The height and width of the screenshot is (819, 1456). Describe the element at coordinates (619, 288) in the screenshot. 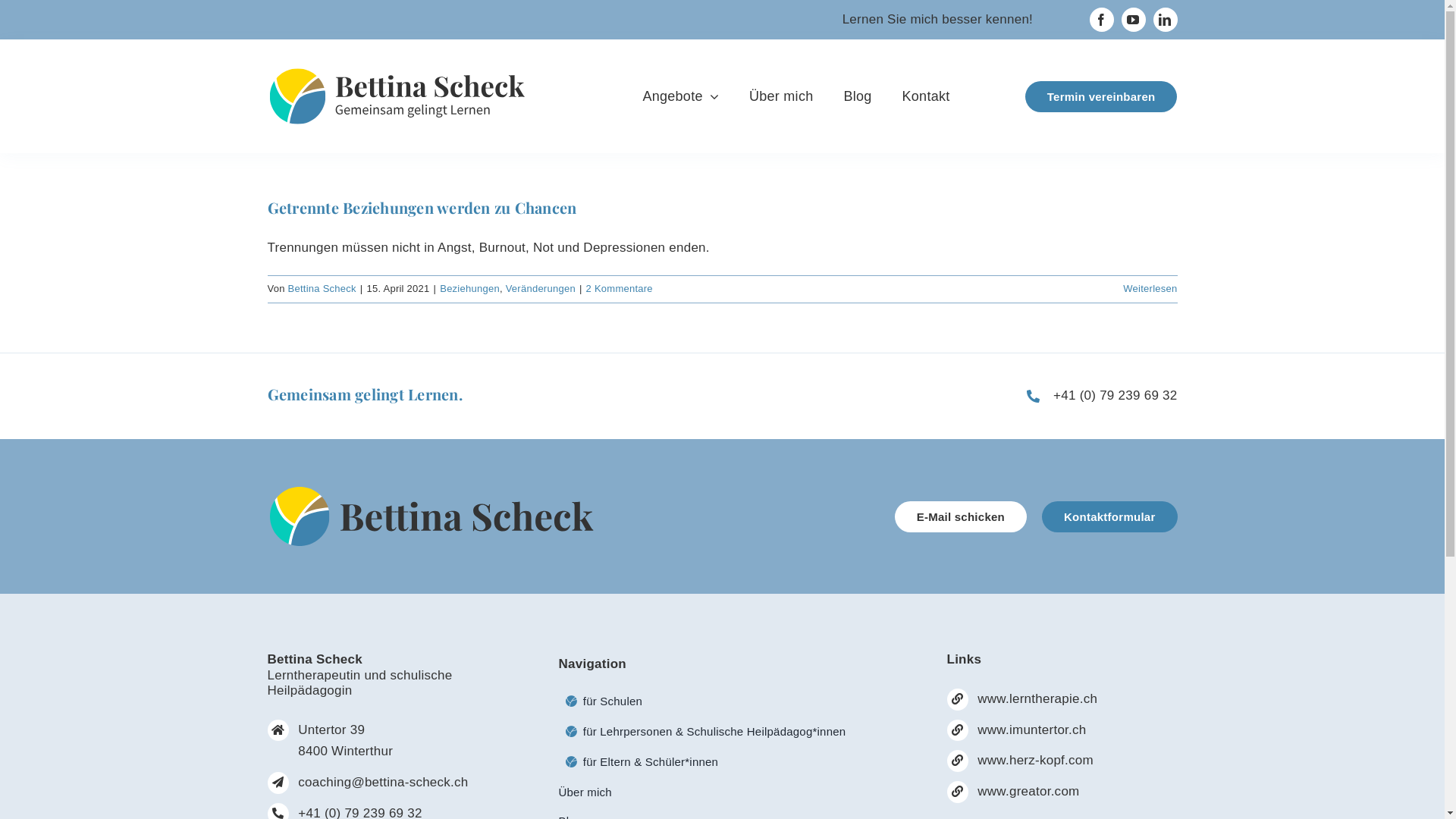

I see `'2 Kommentare'` at that location.